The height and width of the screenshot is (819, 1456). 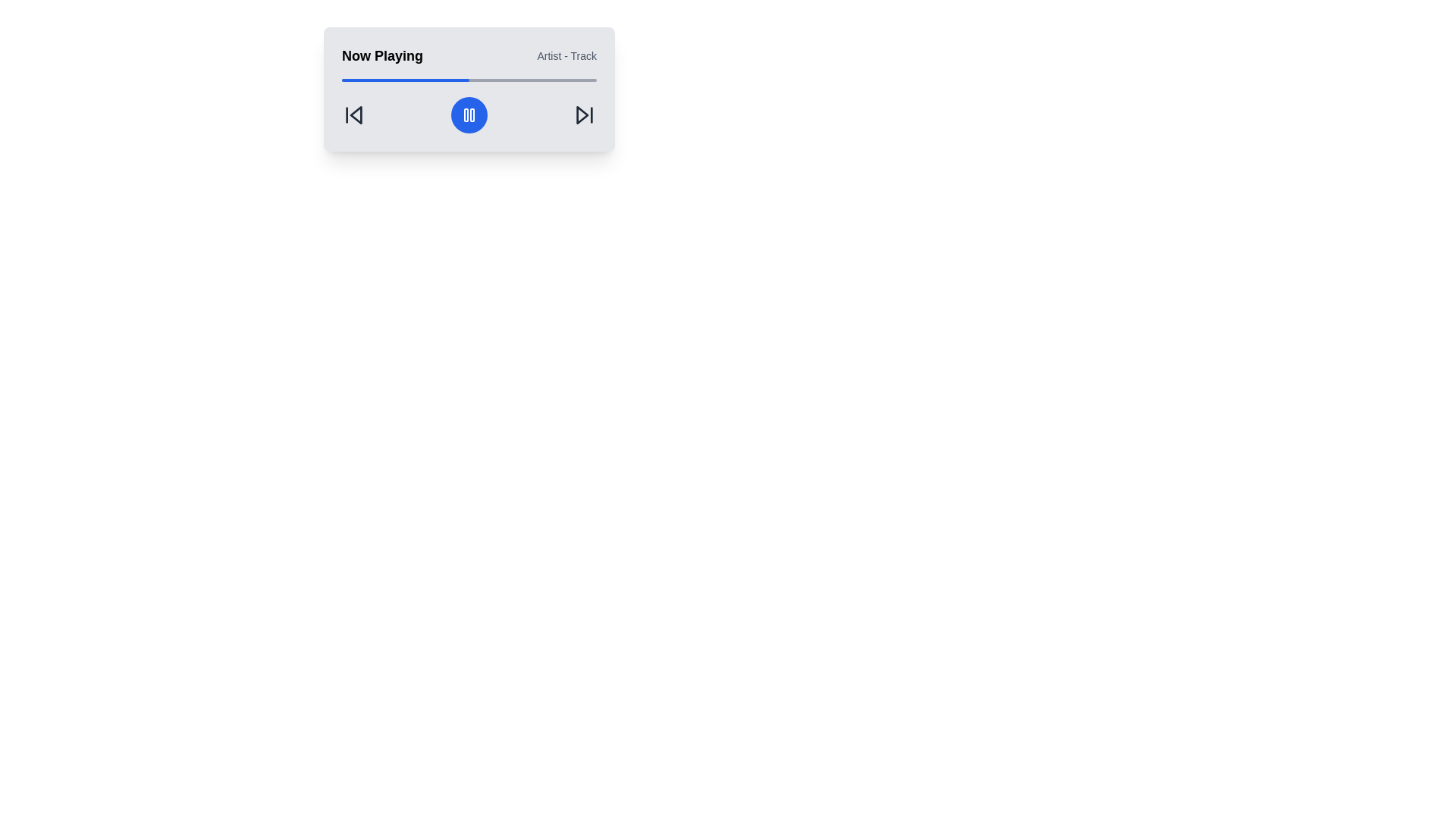 I want to click on the progress of the bar, so click(x=487, y=80).